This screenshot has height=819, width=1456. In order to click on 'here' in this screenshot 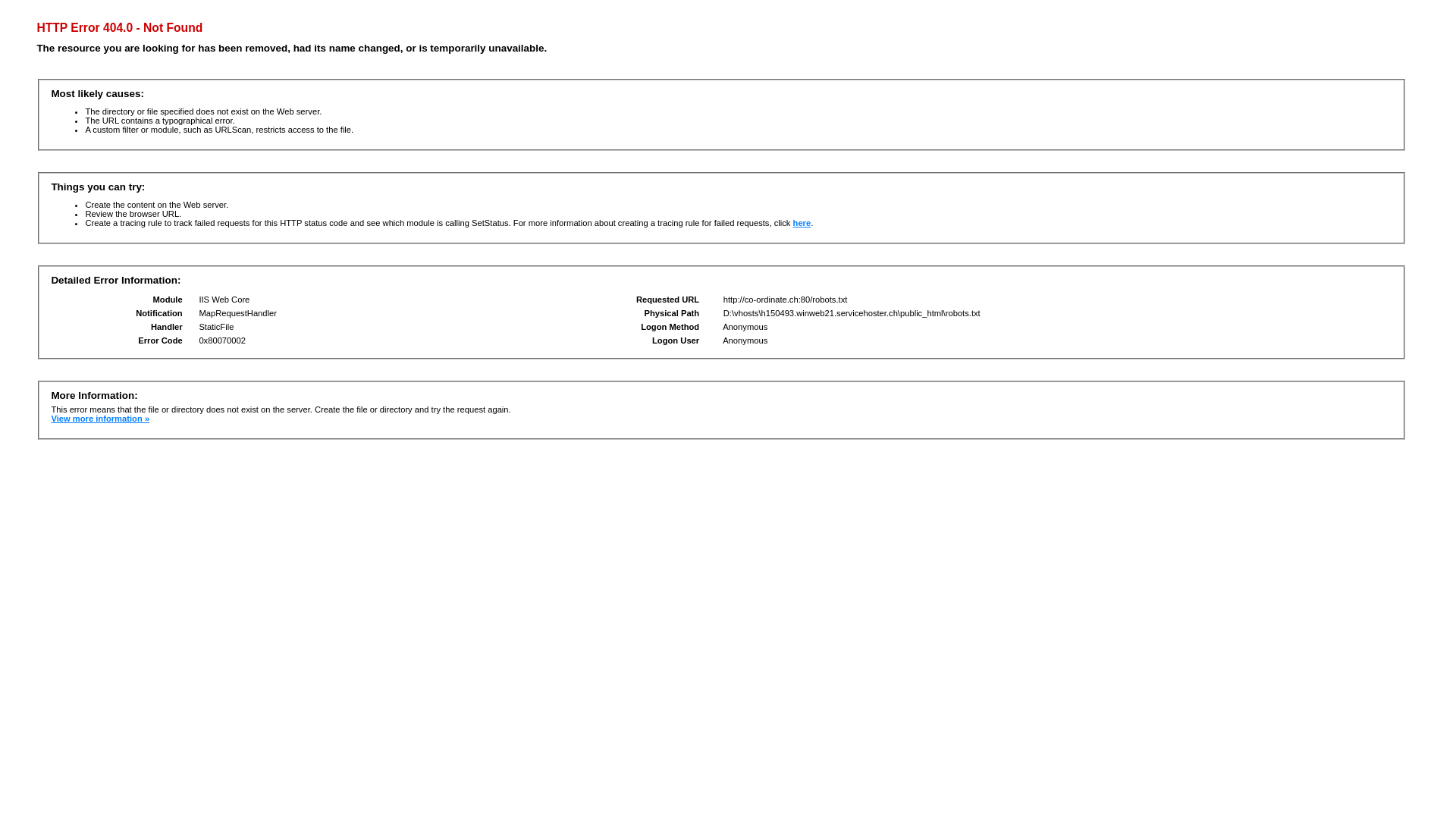, I will do `click(792, 222)`.